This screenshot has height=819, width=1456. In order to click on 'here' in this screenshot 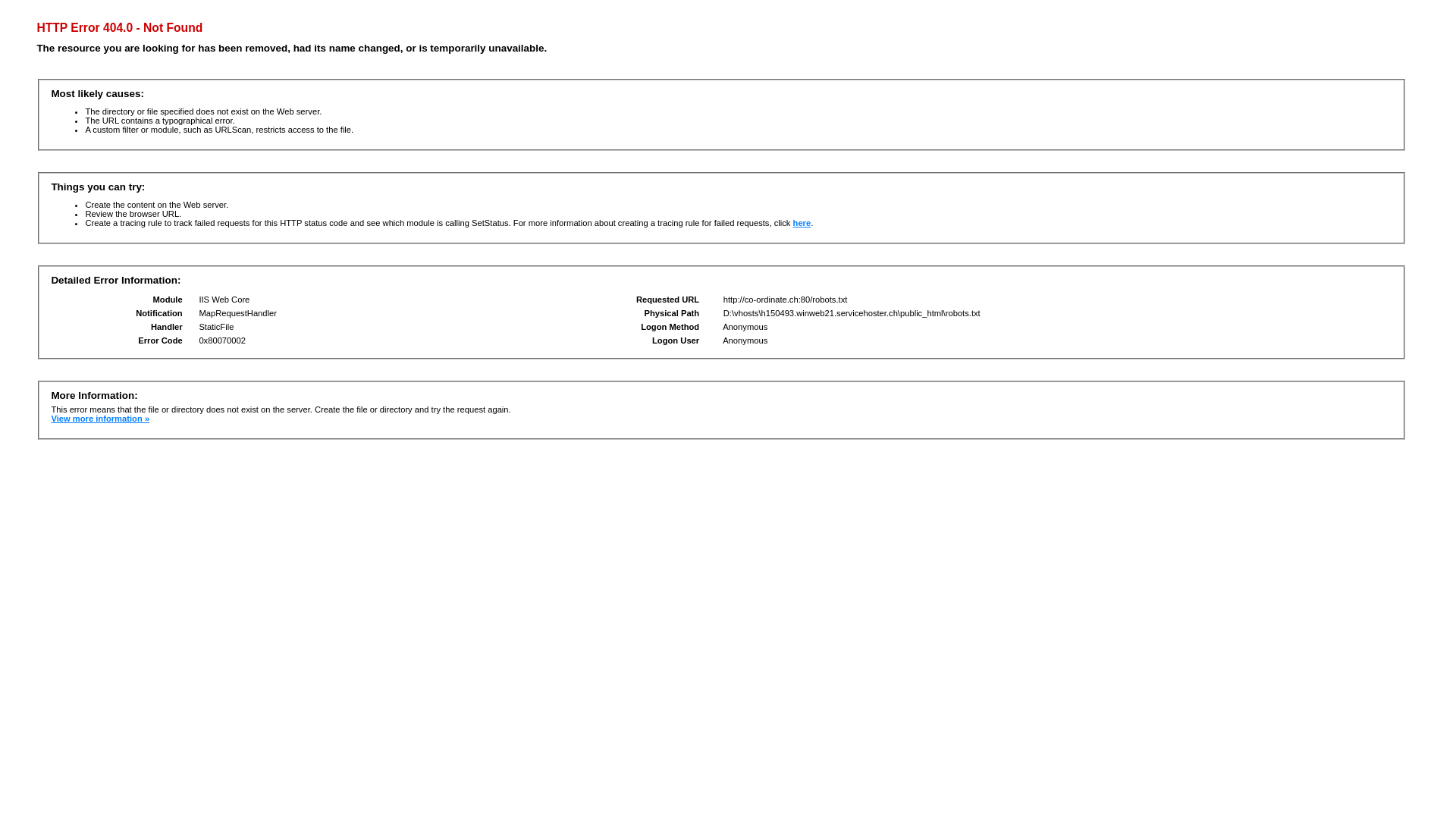, I will do `click(792, 222)`.